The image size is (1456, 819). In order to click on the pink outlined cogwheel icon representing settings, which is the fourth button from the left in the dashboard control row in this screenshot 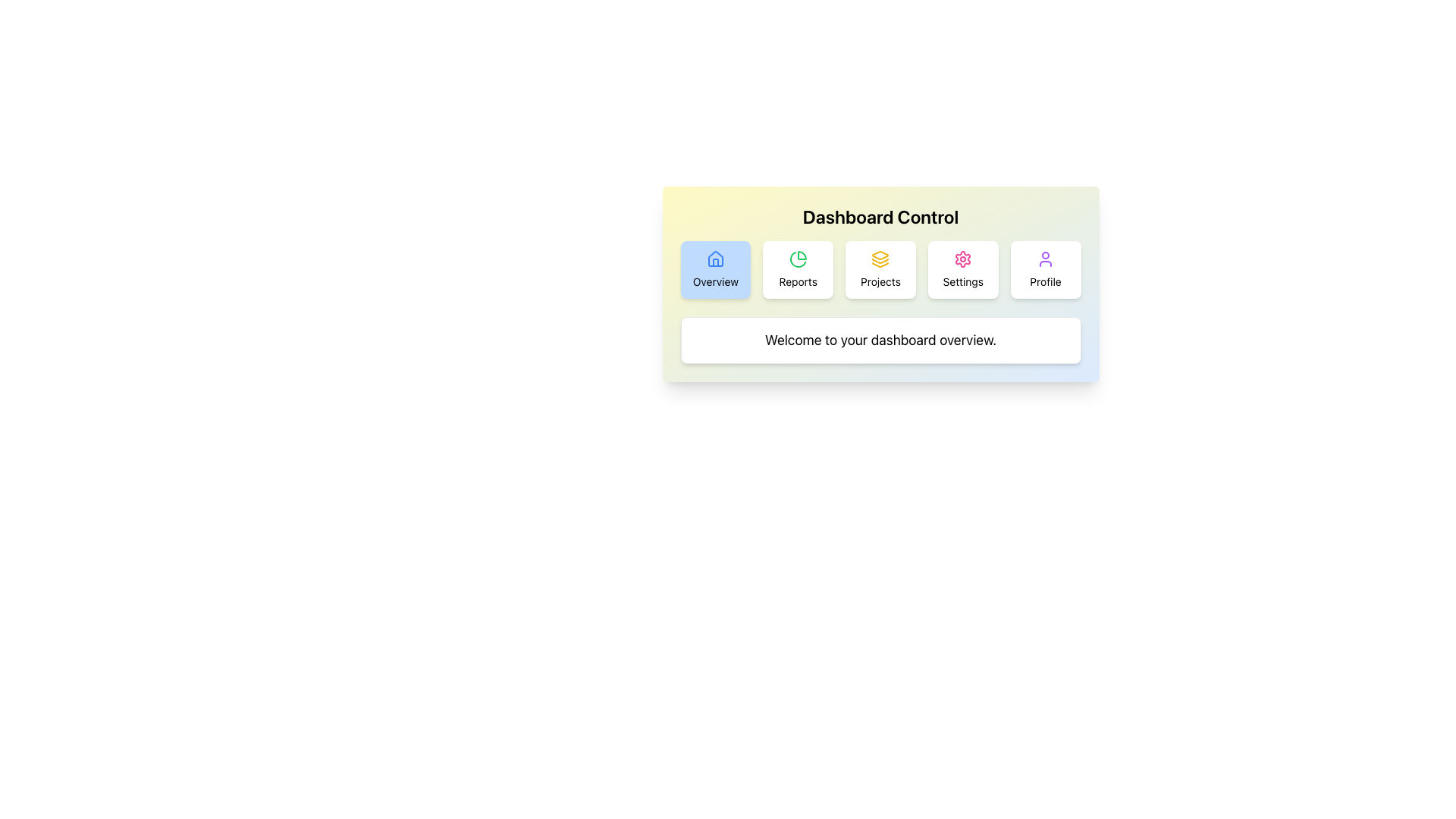, I will do `click(962, 259)`.